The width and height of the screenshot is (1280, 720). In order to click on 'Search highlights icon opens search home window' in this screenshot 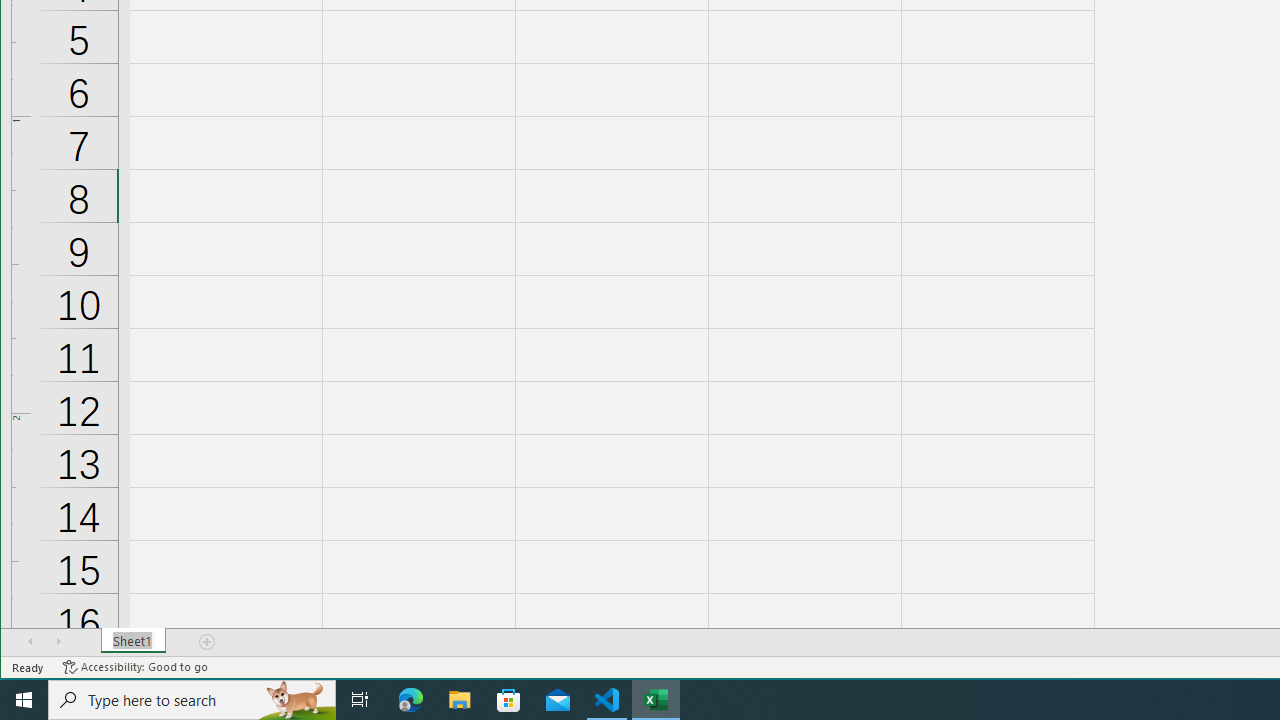, I will do `click(294, 698)`.